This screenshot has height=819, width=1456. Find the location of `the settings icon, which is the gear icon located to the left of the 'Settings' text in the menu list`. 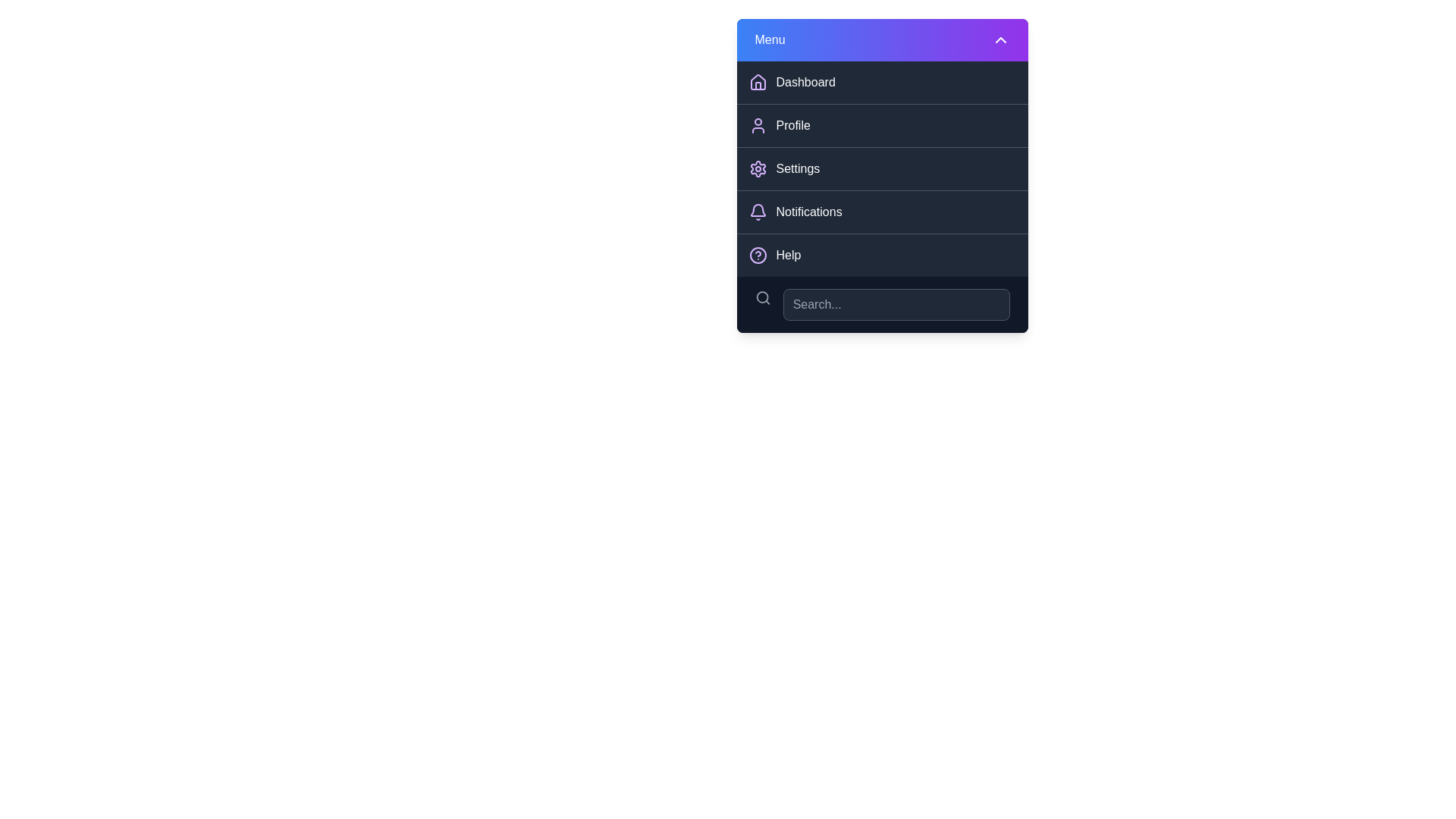

the settings icon, which is the gear icon located to the left of the 'Settings' text in the menu list is located at coordinates (758, 169).